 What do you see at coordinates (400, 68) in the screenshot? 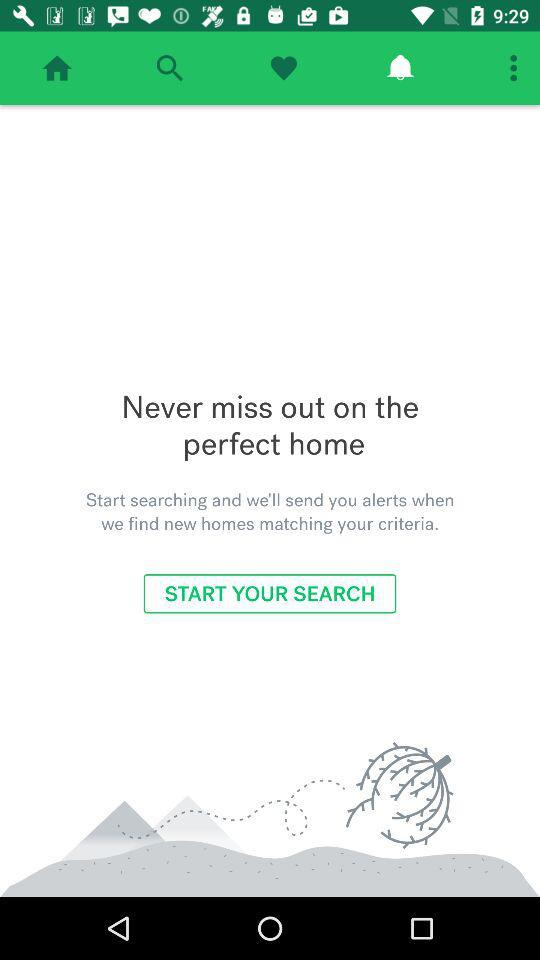
I see `check notifications` at bounding box center [400, 68].